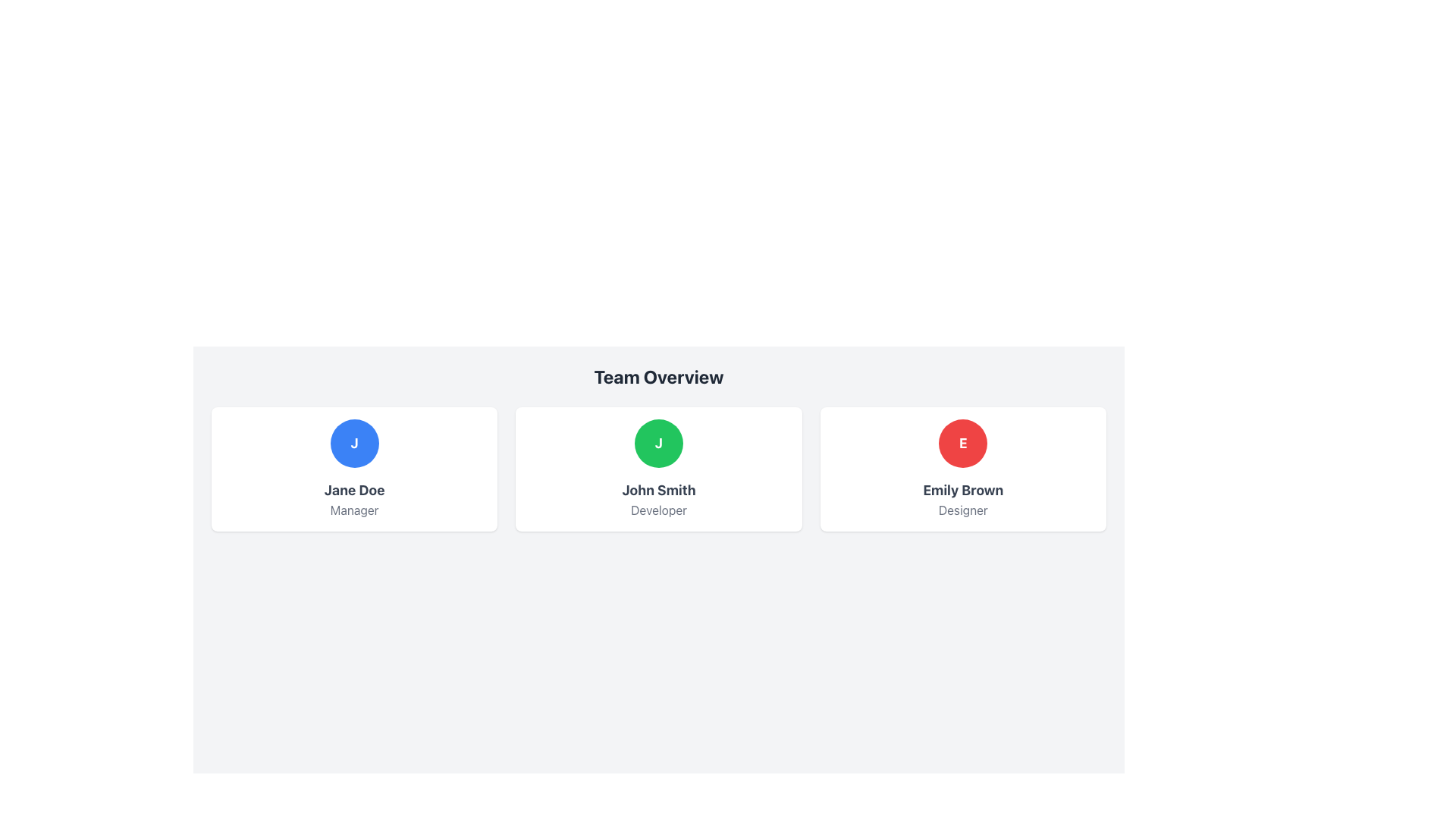 The width and height of the screenshot is (1456, 819). I want to click on the gray-colored text label displaying 'Designer', which is positioned below the name 'Emily Brown' in the profile card, so click(962, 510).